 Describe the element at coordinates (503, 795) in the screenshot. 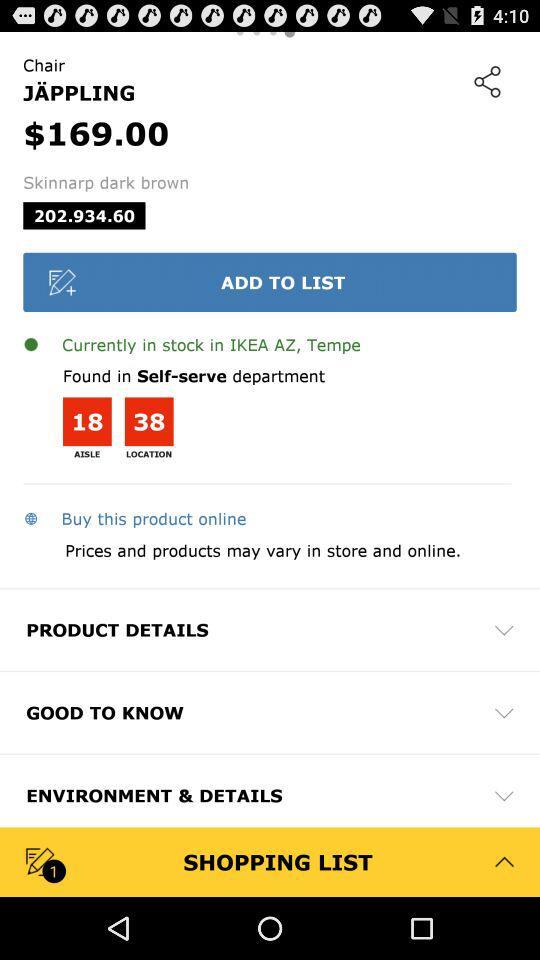

I see `the last drop box button from the right top of the page` at that location.